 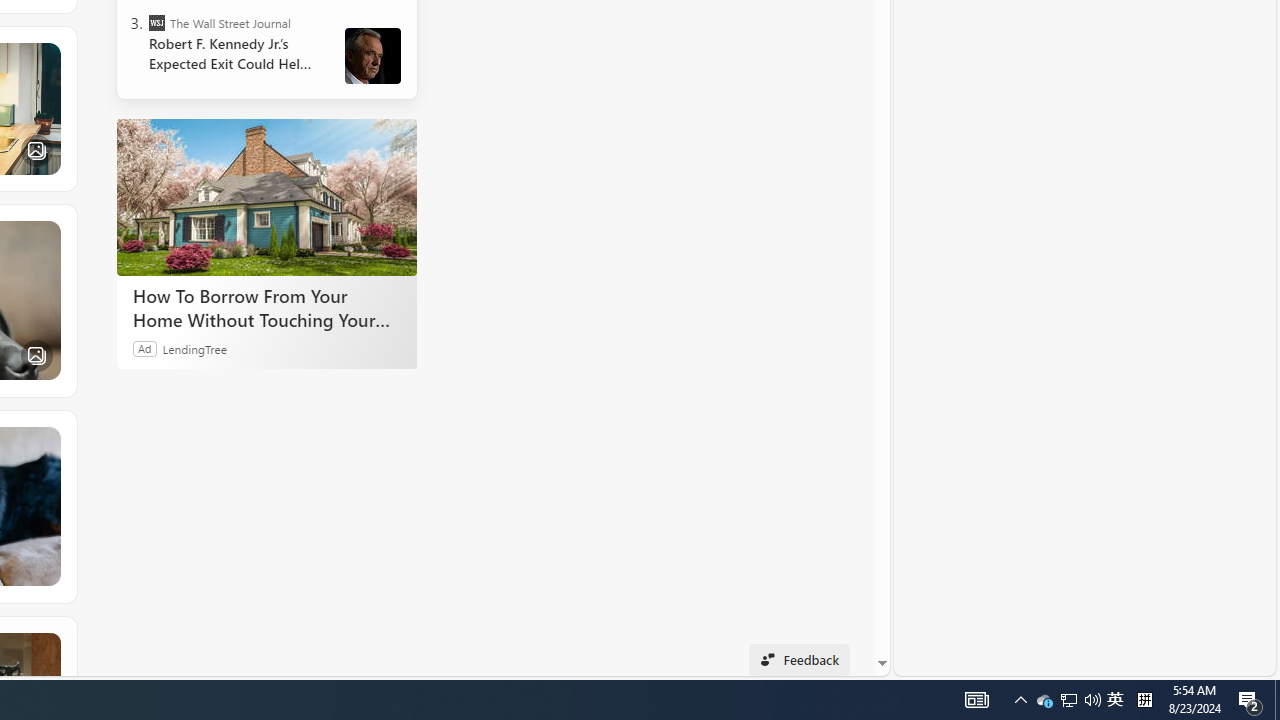 I want to click on 'Ad', so click(x=144, y=347).